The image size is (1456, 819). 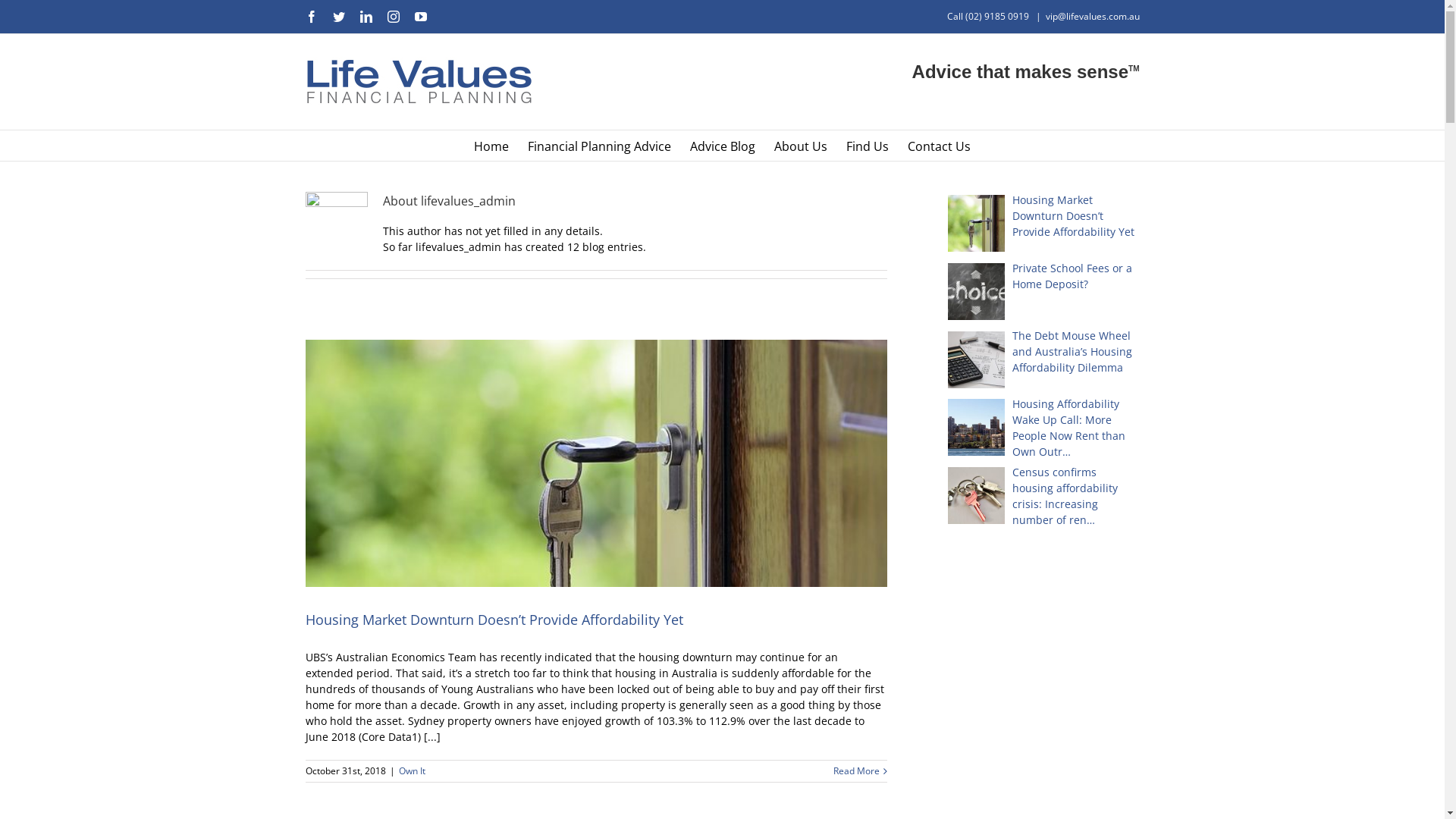 I want to click on 'Private School Fees or a Home Deposit?', so click(x=946, y=275).